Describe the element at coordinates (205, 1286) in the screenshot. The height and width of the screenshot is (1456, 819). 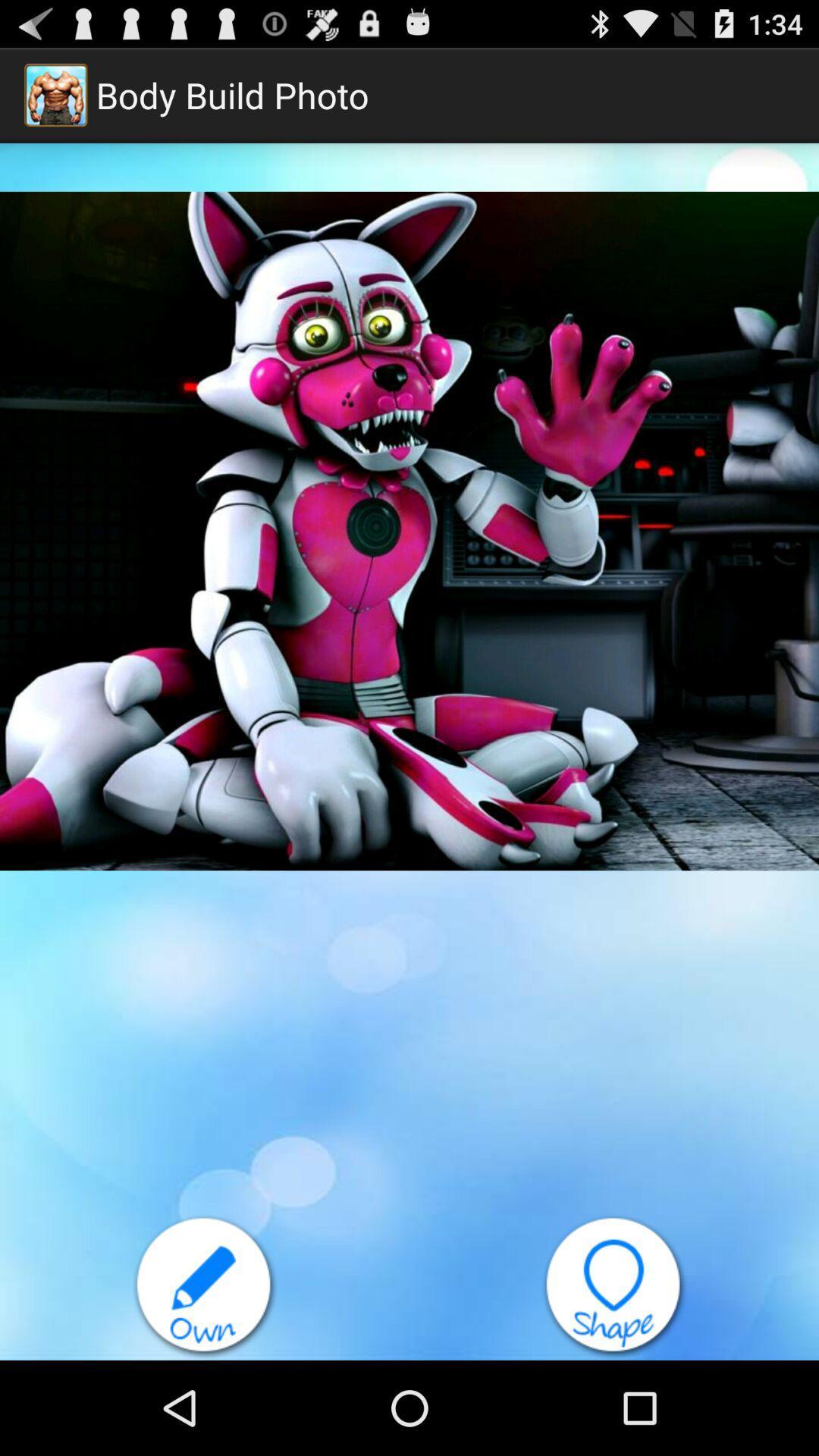
I see `your own` at that location.